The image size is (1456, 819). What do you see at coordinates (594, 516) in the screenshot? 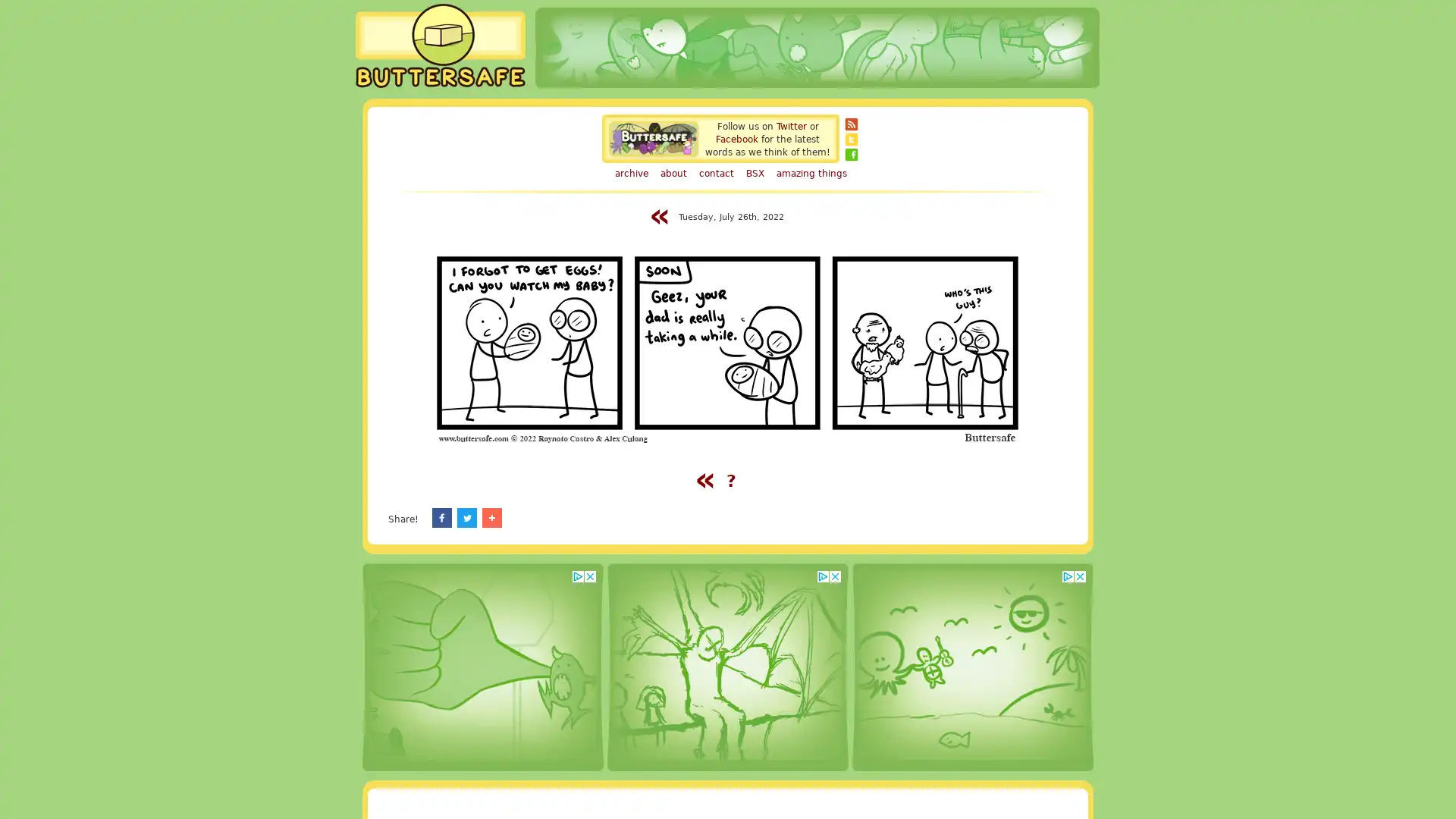
I see `Share to More More` at bounding box center [594, 516].